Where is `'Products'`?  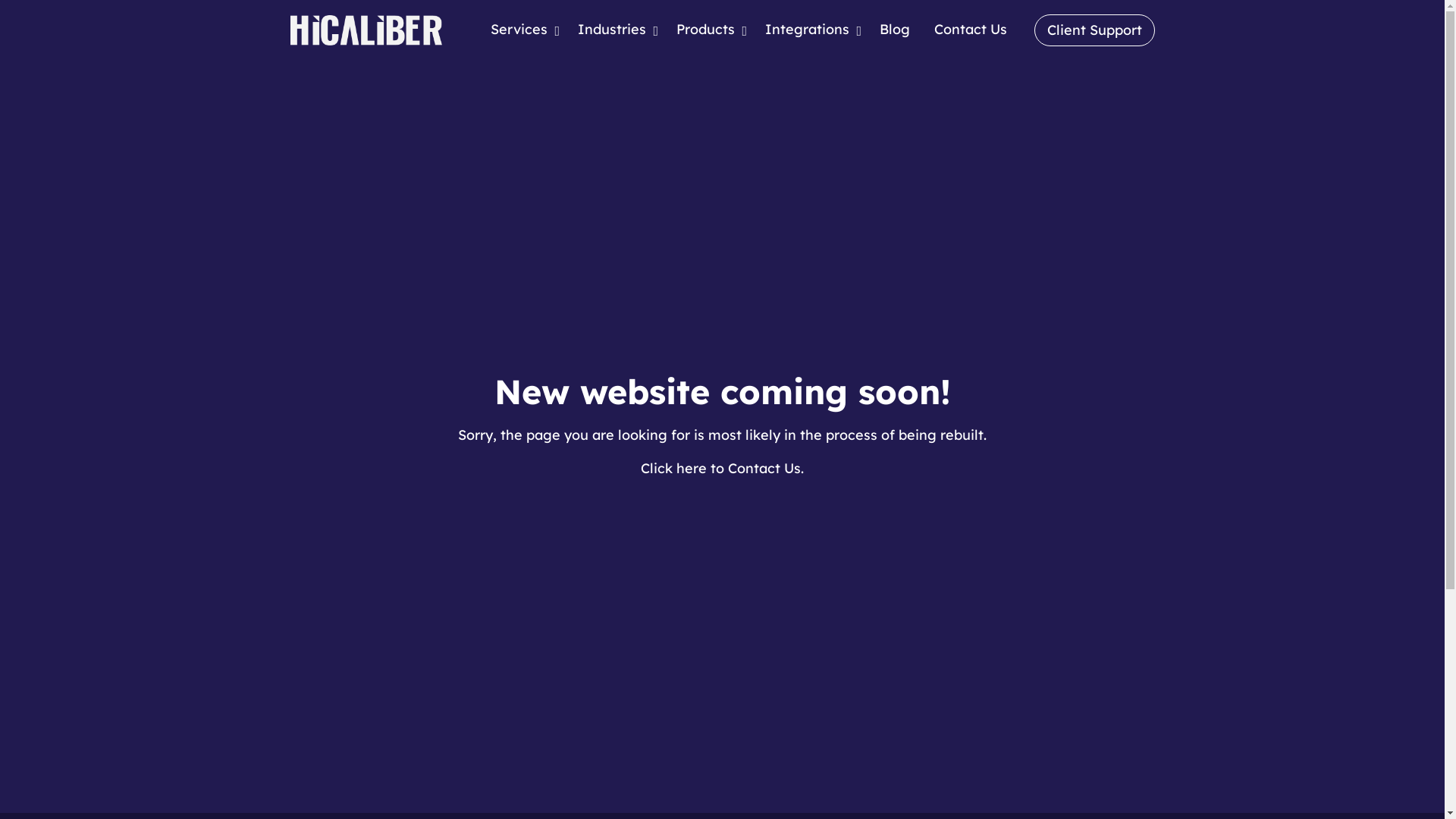 'Products' is located at coordinates (708, 29).